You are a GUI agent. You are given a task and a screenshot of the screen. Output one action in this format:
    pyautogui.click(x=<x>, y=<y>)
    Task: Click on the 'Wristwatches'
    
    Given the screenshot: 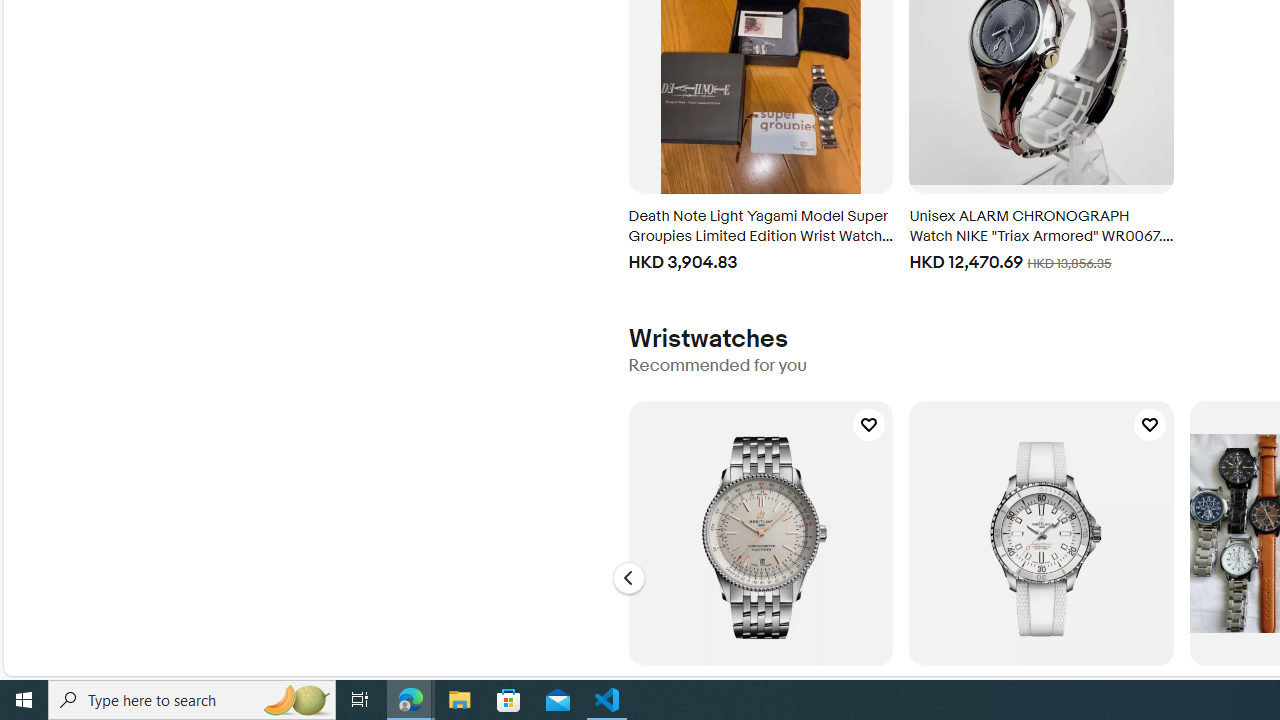 What is the action you would take?
    pyautogui.click(x=708, y=338)
    